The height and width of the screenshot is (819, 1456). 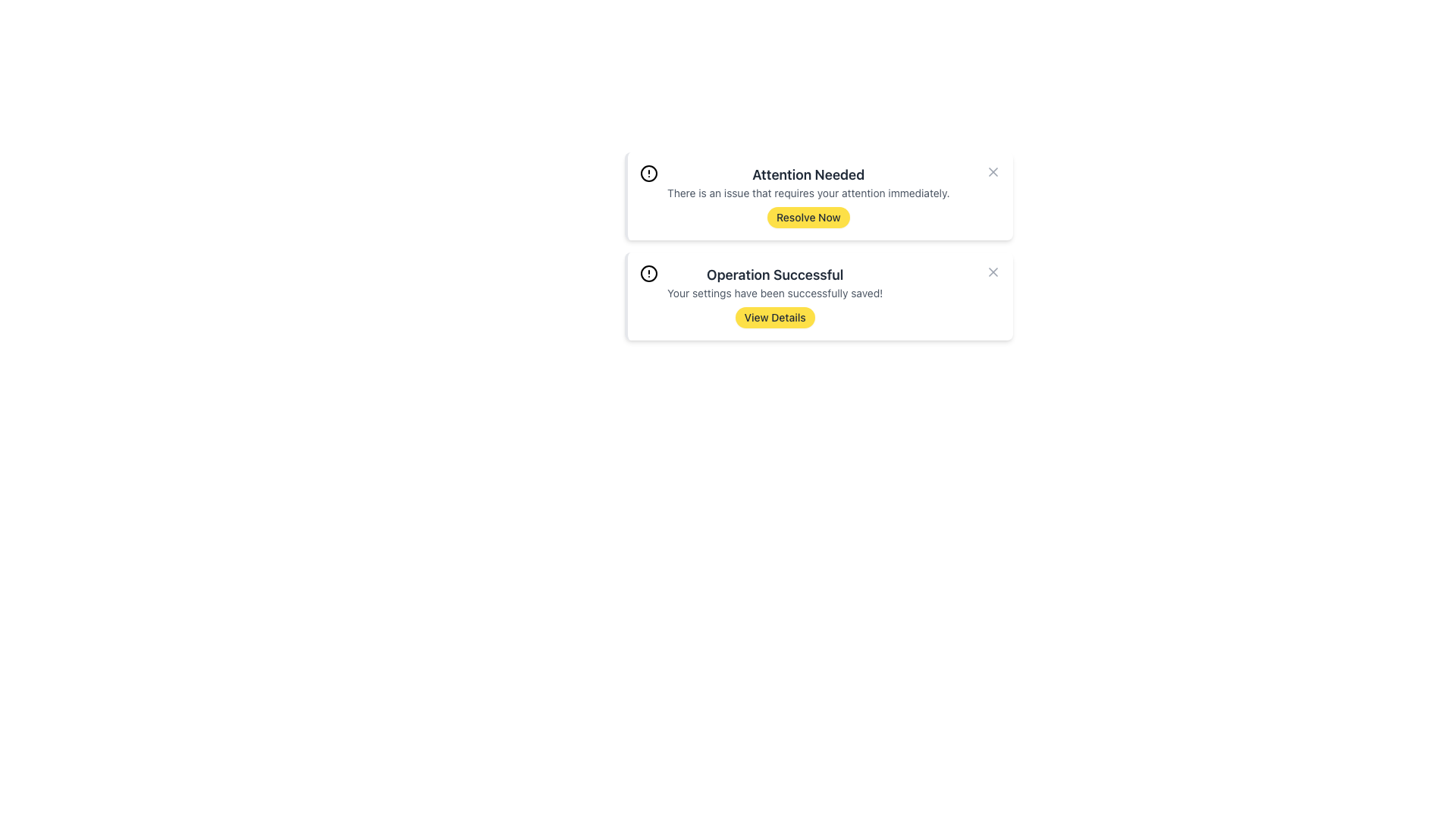 I want to click on the static text element that displays the message 'Your settings have been successfully saved!' located within the notification card below the header 'Operation Successful', so click(x=775, y=293).